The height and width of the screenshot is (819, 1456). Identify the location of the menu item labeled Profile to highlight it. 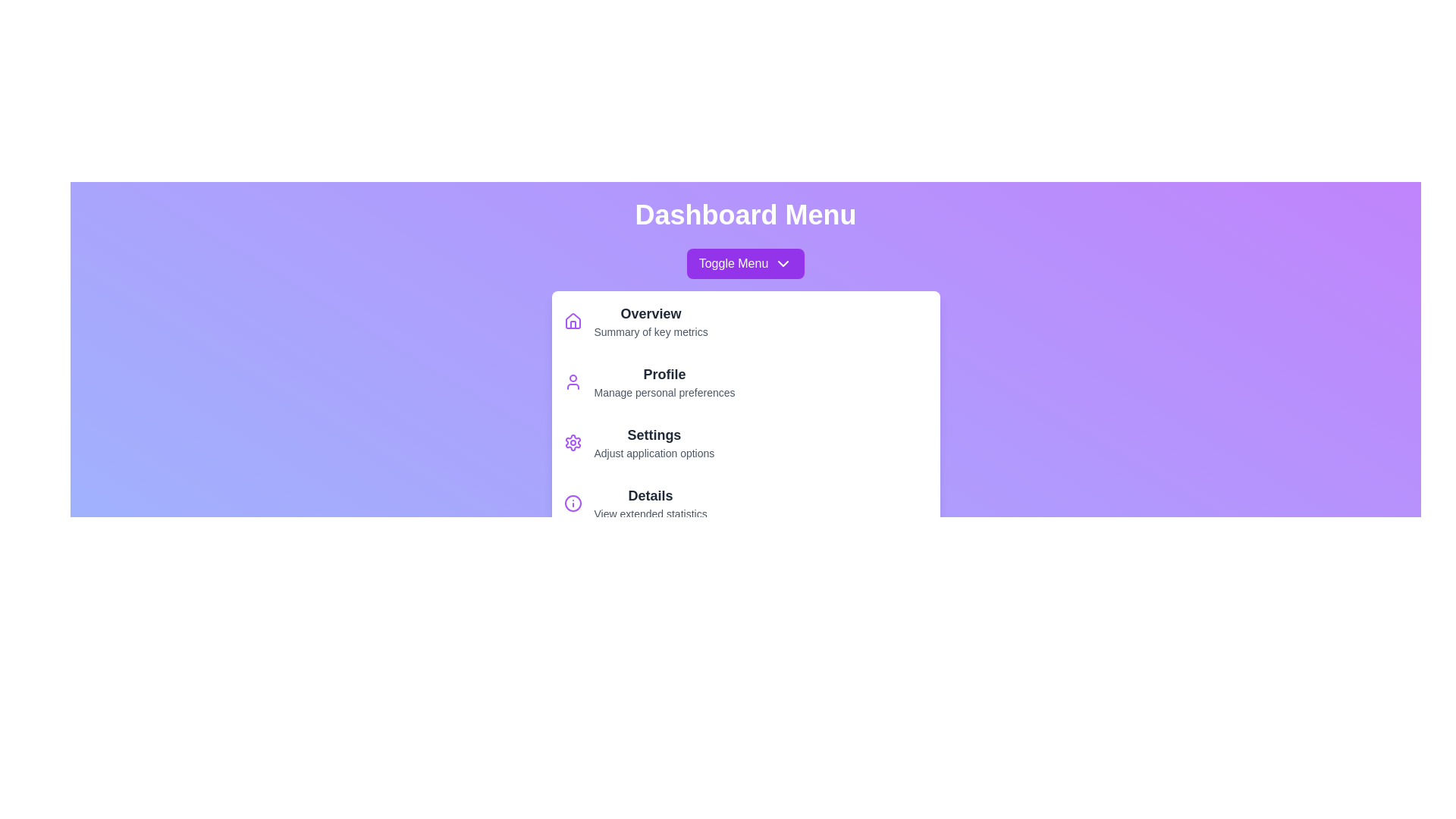
(745, 381).